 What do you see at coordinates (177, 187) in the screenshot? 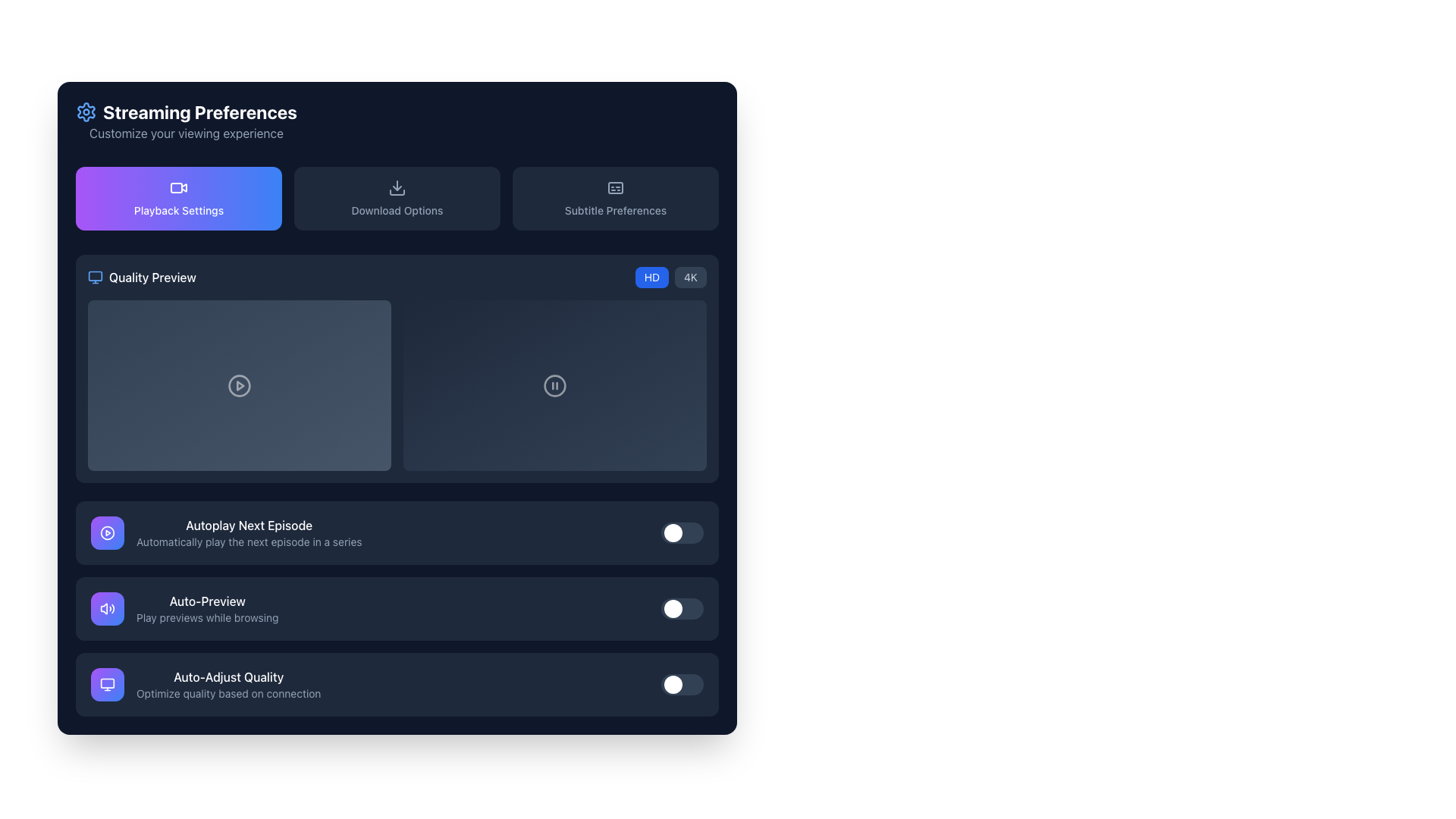
I see `the blue rectangular graphical component with rounded corners located near the video-related icon` at bounding box center [177, 187].